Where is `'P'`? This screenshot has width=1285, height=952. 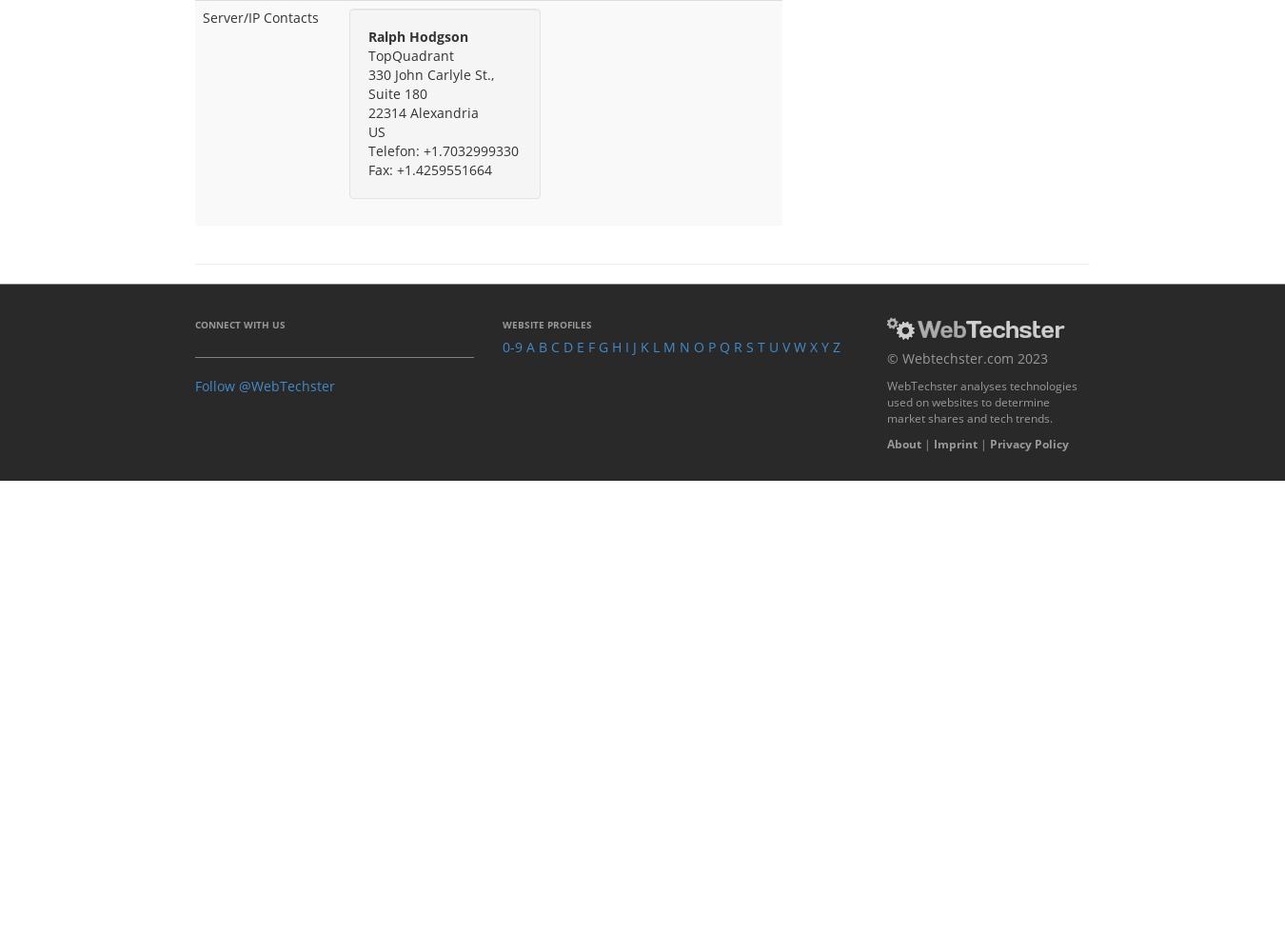 'P' is located at coordinates (711, 345).